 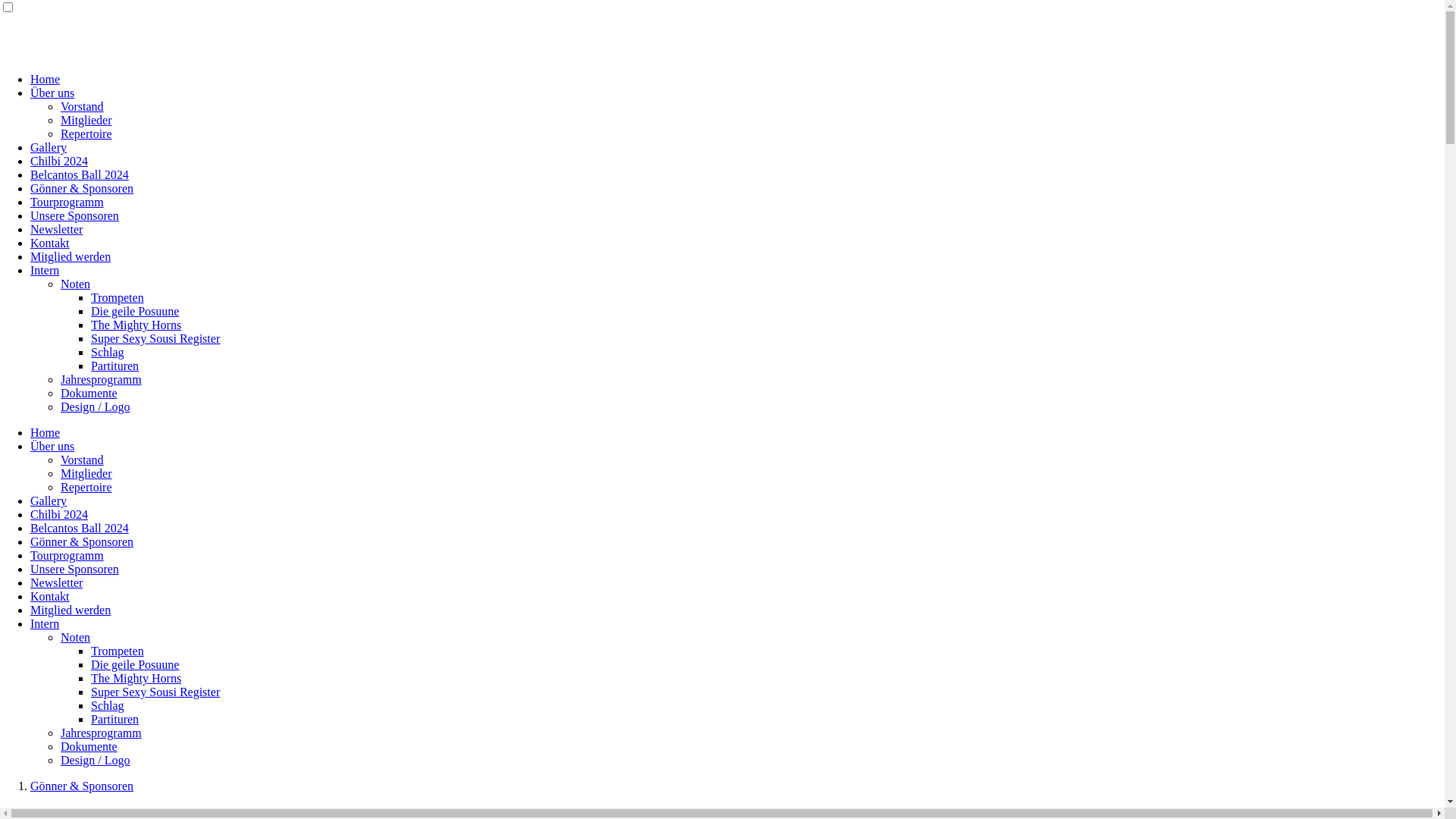 I want to click on 'Mitglied werden', so click(x=30, y=609).